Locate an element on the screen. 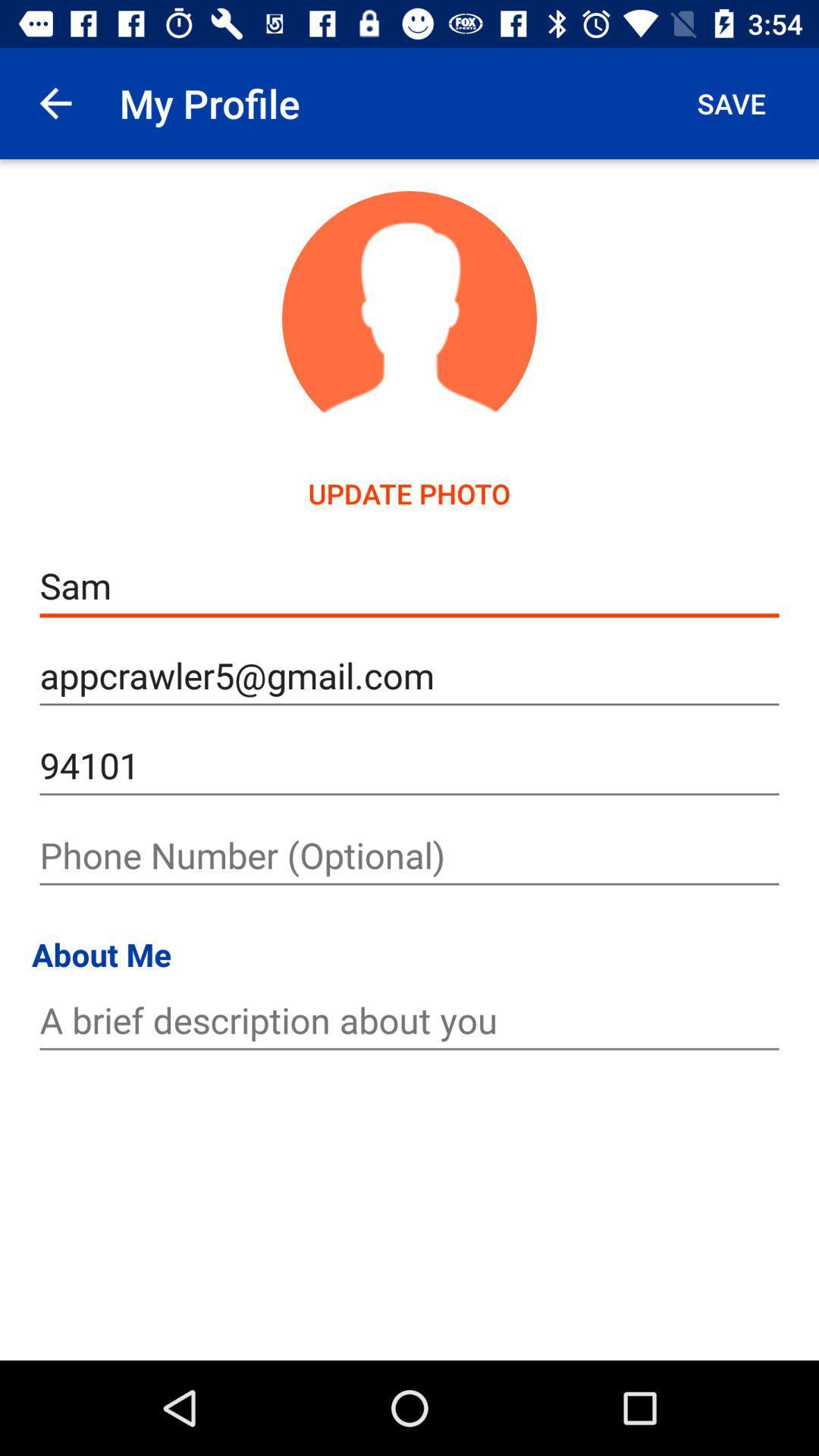 The height and width of the screenshot is (1456, 819). sam is located at coordinates (409, 585).